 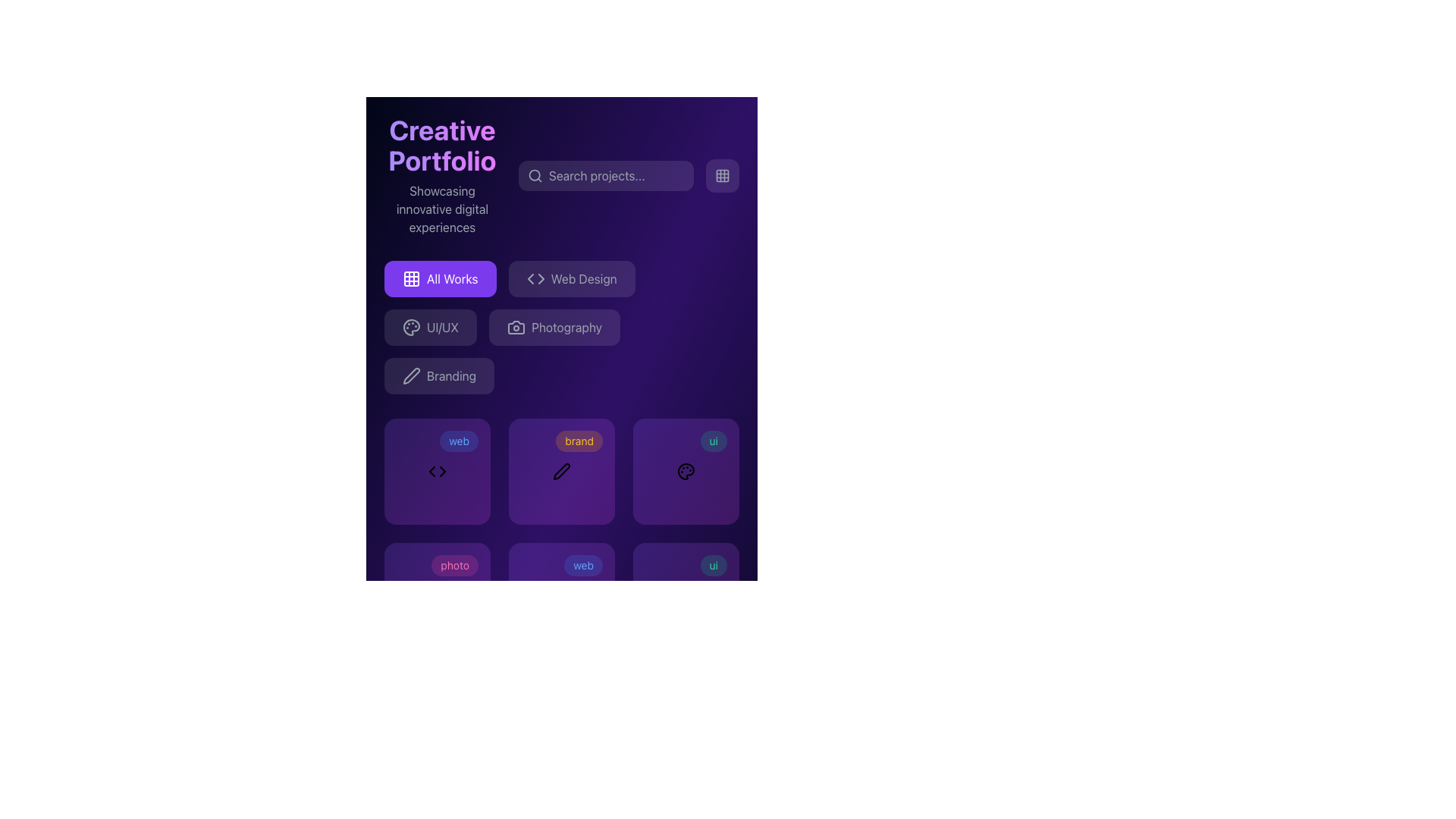 I want to click on the third item in the top row of the grid layout, which is a navigational card used for categorizing UI content, so click(x=686, y=470).